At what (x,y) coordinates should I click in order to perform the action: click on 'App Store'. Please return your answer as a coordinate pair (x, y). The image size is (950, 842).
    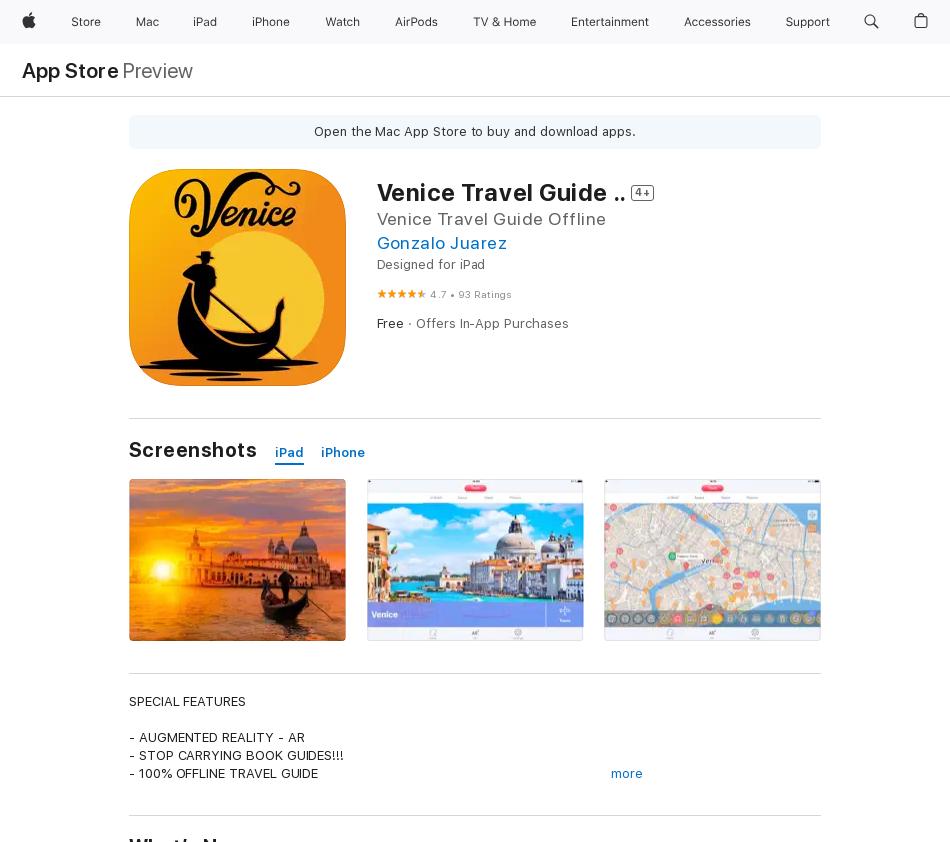
    Looking at the image, I should click on (70, 69).